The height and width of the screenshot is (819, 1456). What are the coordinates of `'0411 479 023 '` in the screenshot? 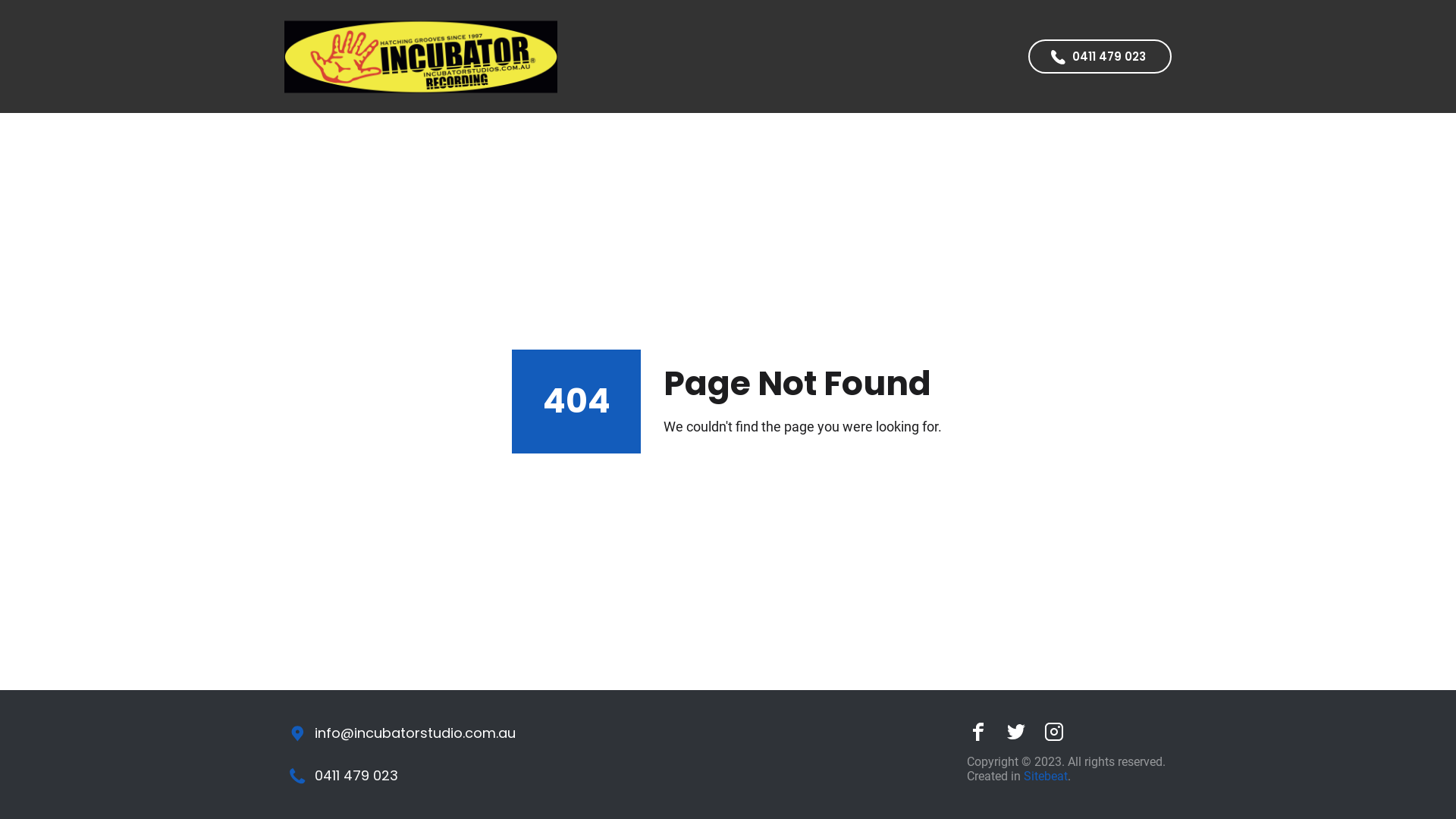 It's located at (1100, 55).